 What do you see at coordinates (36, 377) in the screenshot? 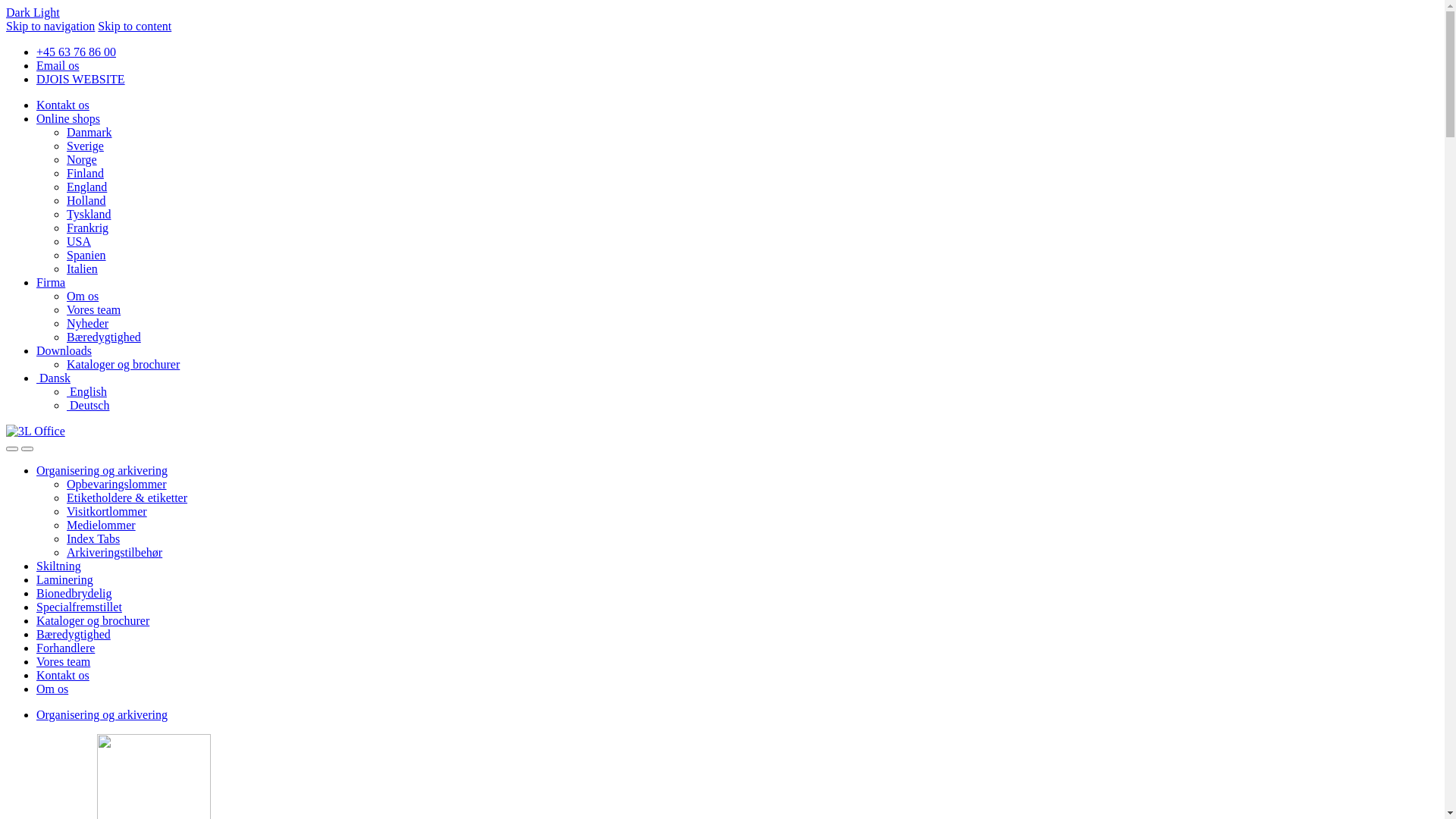
I see `' Dansk'` at bounding box center [36, 377].